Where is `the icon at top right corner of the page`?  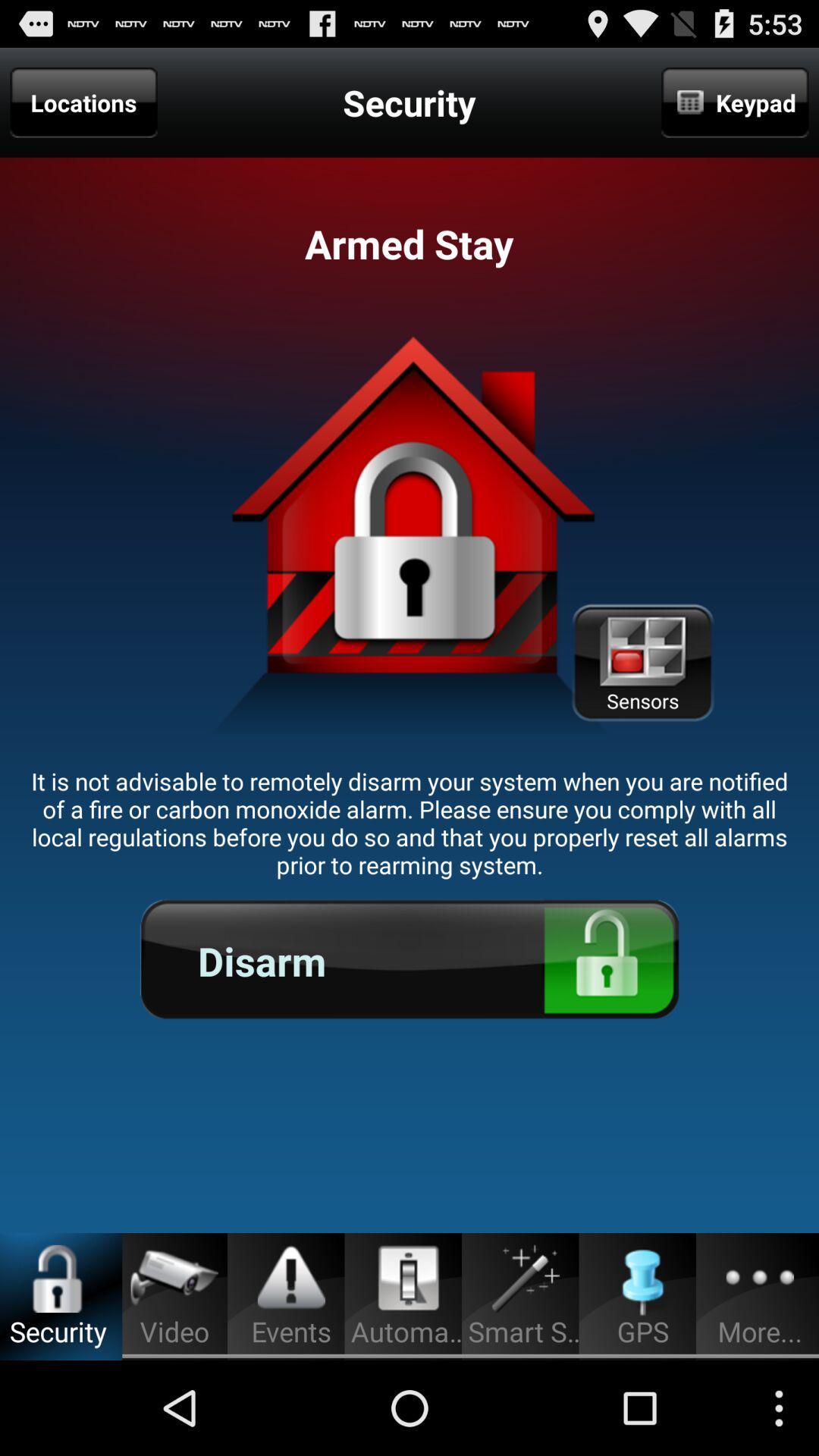
the icon at top right corner of the page is located at coordinates (734, 102).